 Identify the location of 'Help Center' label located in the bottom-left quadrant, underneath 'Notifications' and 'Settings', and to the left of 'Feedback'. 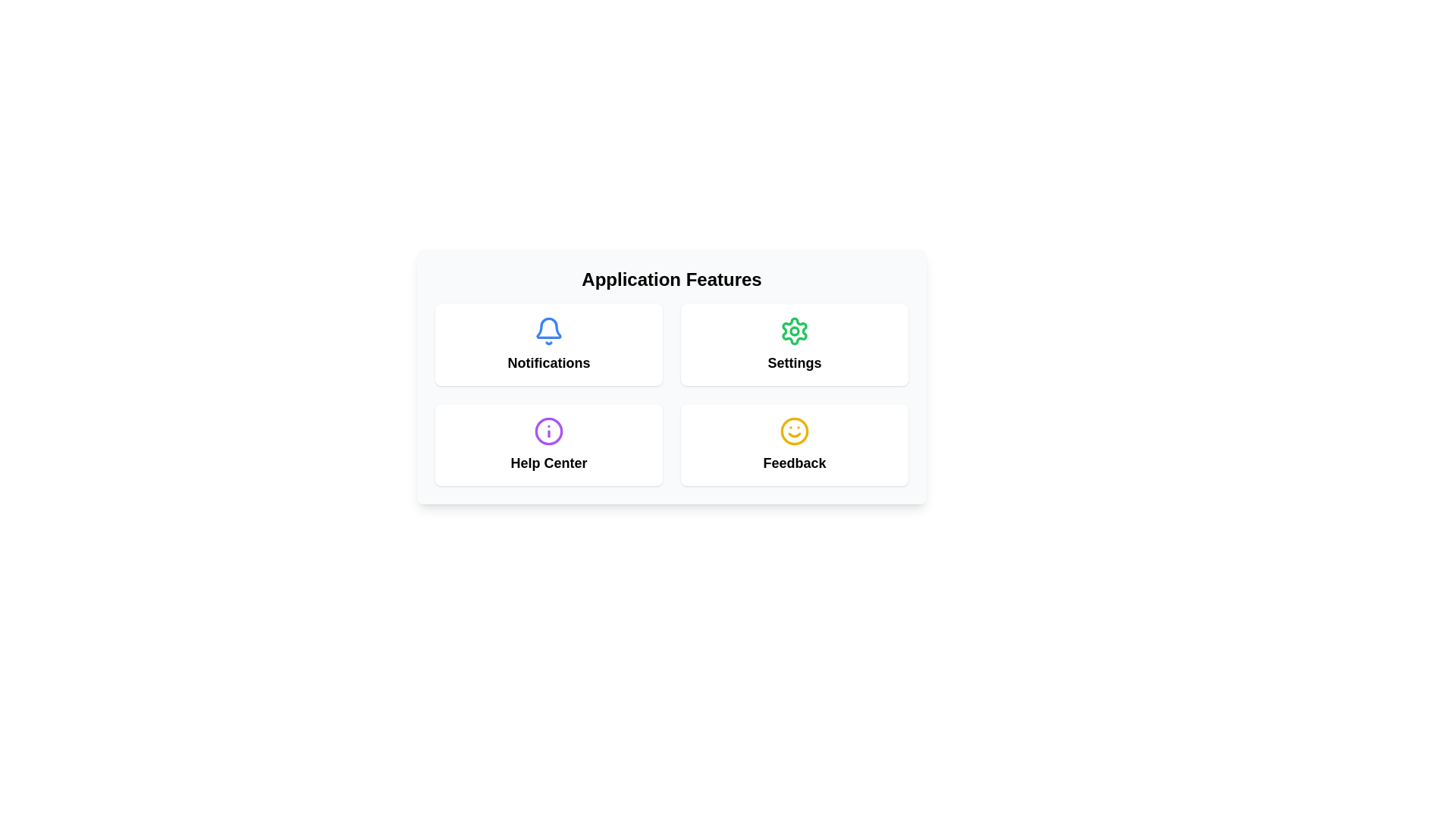
(548, 462).